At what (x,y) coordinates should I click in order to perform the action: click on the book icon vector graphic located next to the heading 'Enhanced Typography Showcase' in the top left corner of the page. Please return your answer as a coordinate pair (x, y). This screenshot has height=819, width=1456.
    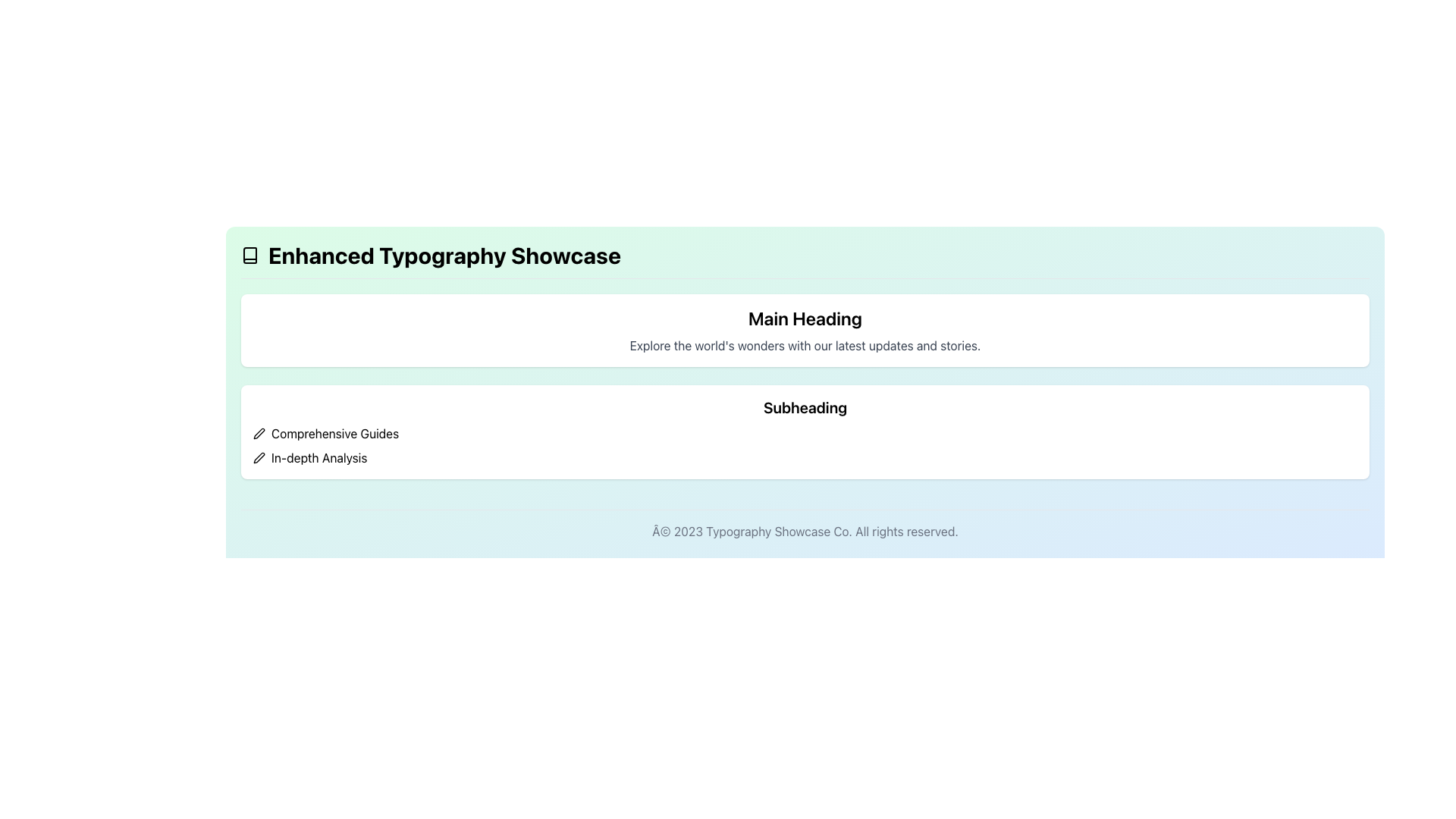
    Looking at the image, I should click on (250, 254).